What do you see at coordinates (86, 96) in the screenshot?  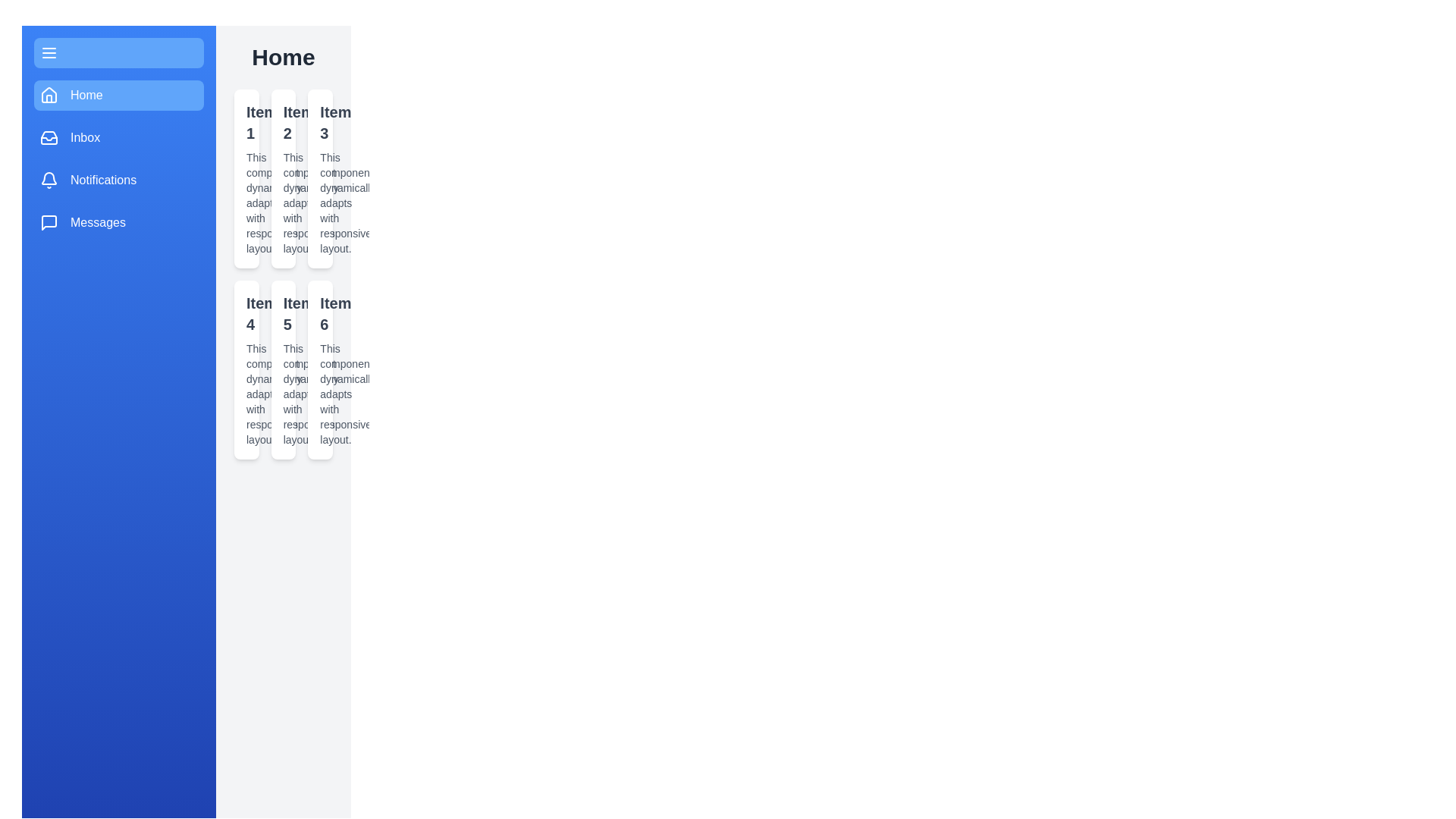 I see `text label displaying 'Home' in white, which is located in the blue rounded rectangular area within the sidebar navigation menu` at bounding box center [86, 96].